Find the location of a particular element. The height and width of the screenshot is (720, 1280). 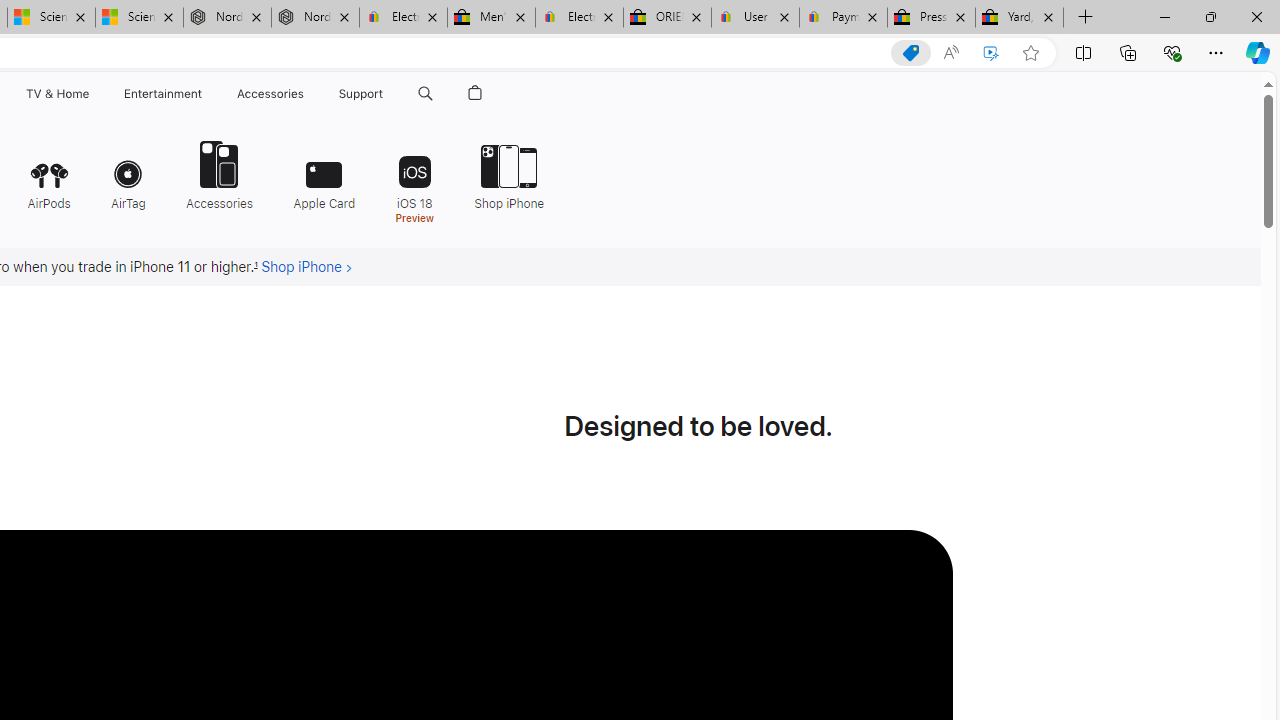

'Support' is located at coordinates (361, 93).